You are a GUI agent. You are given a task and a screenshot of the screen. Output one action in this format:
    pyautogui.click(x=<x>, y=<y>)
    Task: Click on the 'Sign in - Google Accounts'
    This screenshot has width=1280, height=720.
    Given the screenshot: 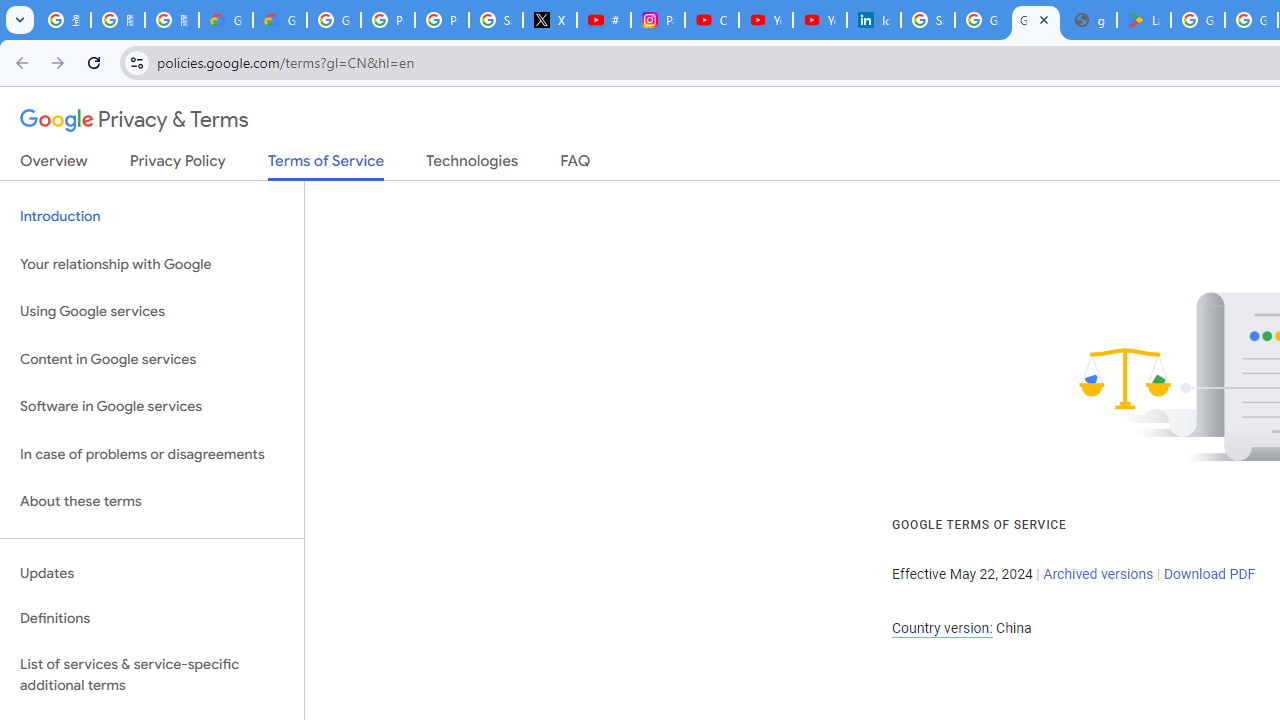 What is the action you would take?
    pyautogui.click(x=927, y=20)
    